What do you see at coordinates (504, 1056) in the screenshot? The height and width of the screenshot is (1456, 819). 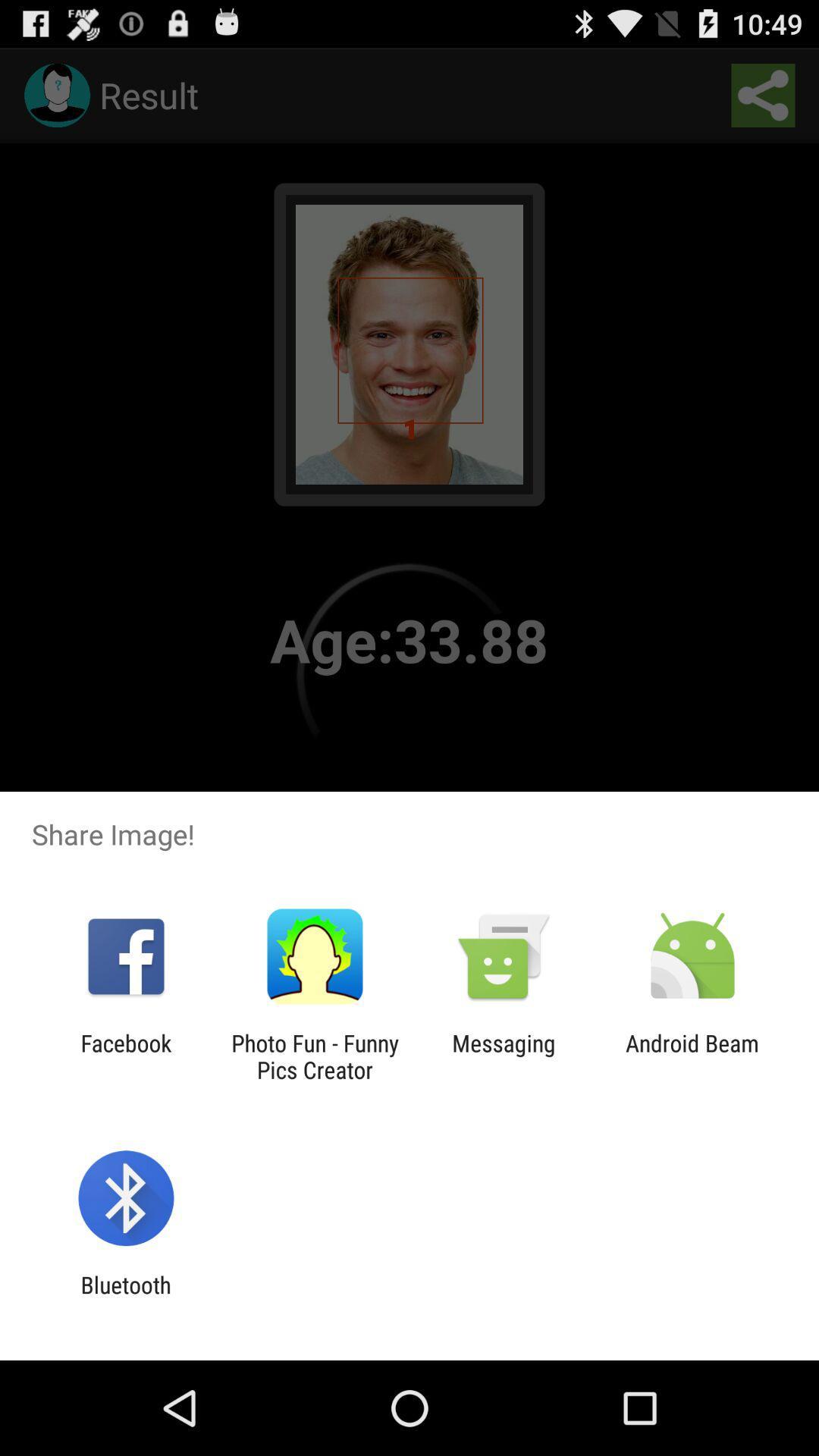 I see `the app to the left of the android beam` at bounding box center [504, 1056].